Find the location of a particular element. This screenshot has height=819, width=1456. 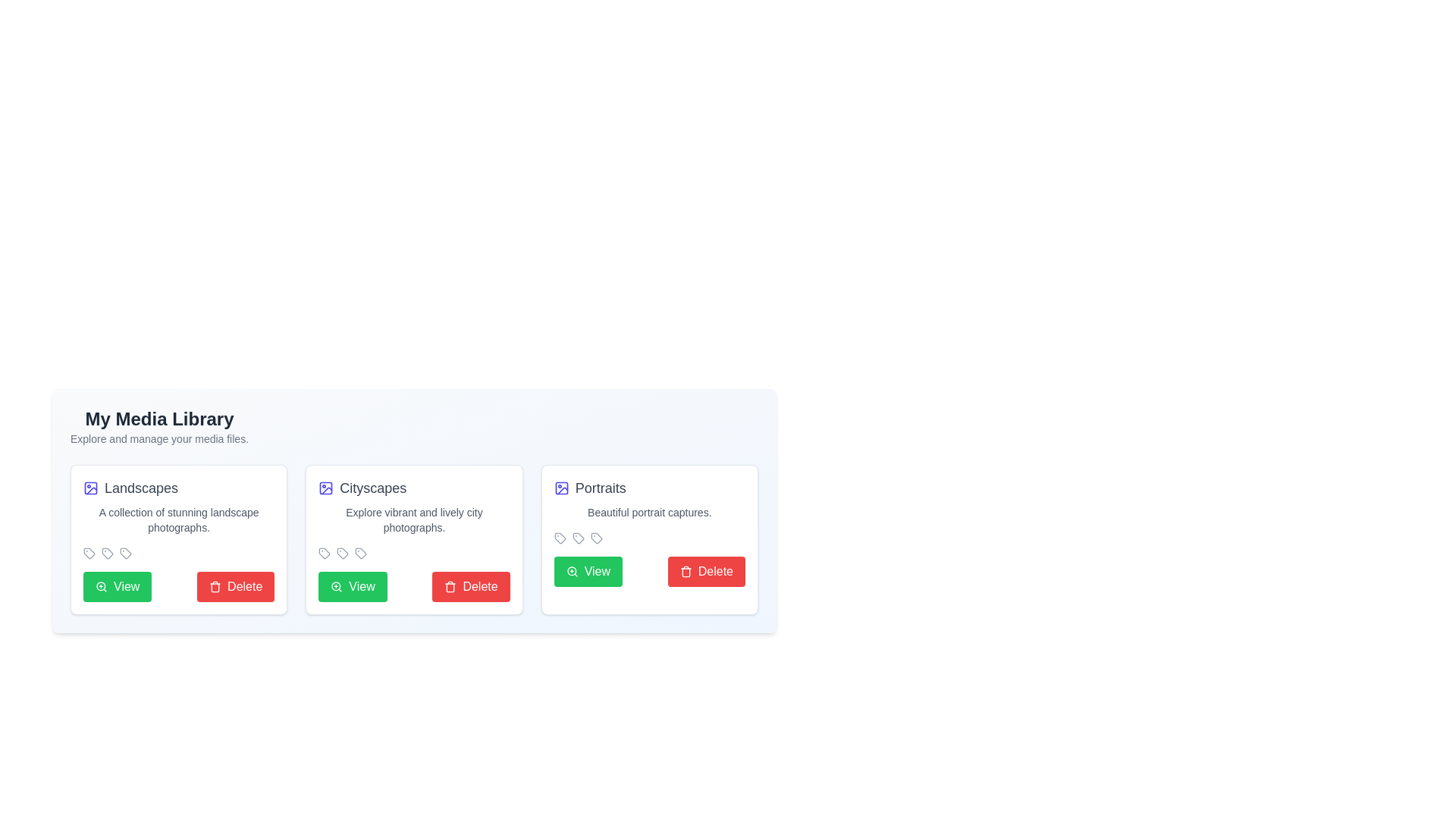

the Icon representing the Portraits category, located at the top-left corner of the Portraits card, which is the third card in a row of three cards labeled 'Landscapes', 'Cityscapes', and 'Portraits' is located at coordinates (560, 488).